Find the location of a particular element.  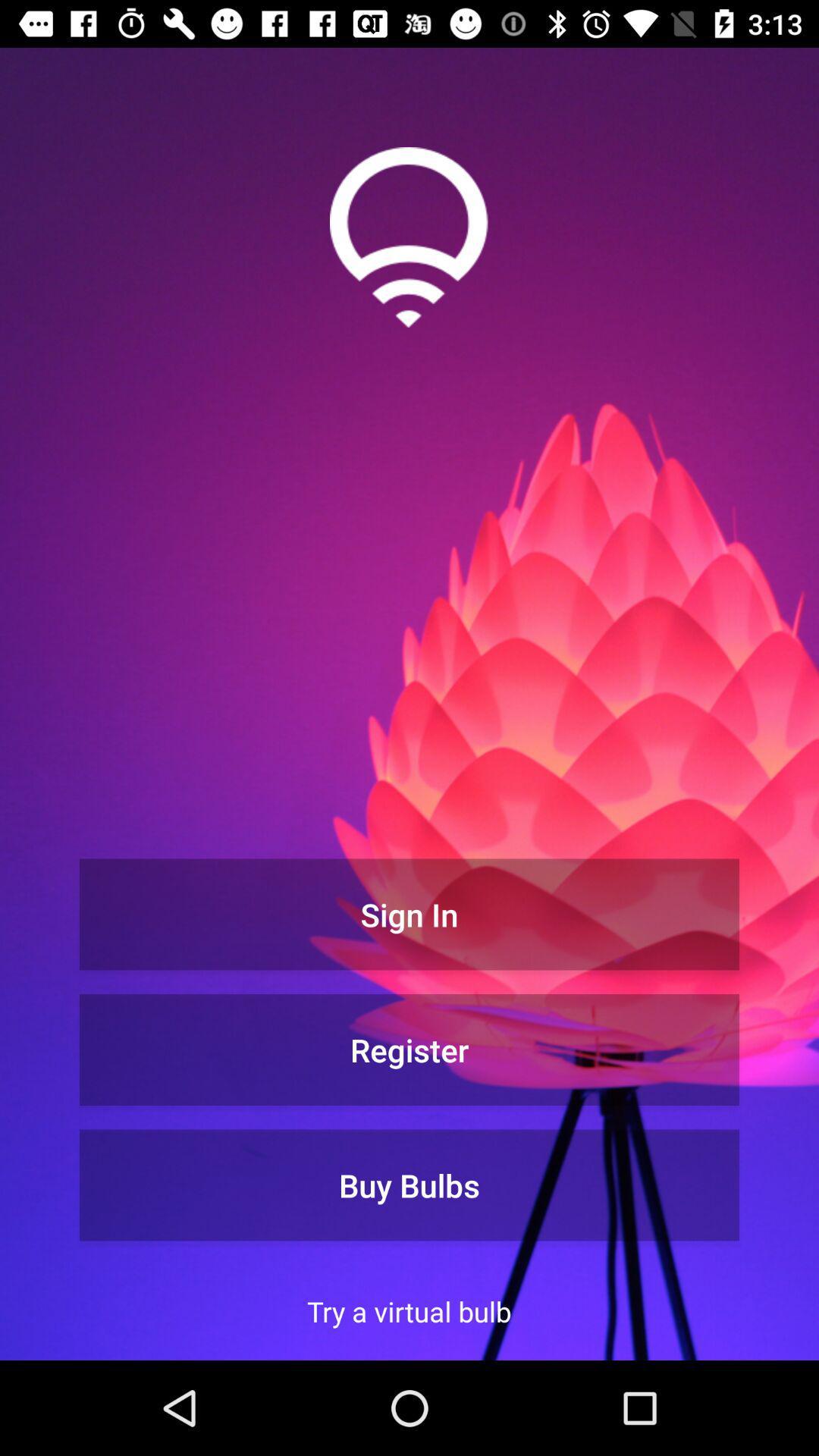

icon above the try a virtual icon is located at coordinates (409, 1185).